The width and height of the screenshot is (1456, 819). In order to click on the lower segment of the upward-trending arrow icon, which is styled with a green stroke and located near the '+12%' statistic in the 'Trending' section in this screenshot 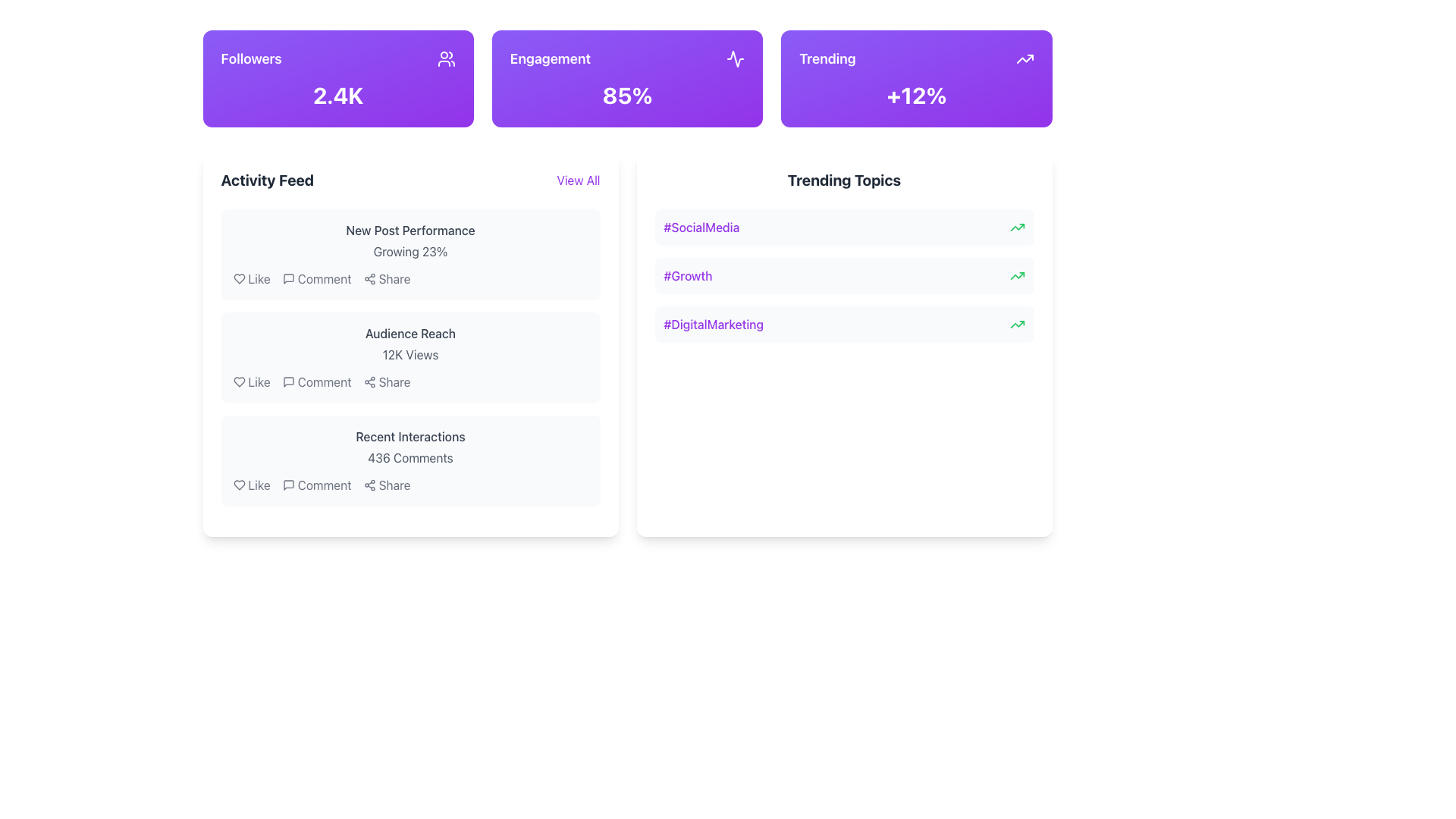, I will do `click(1017, 227)`.